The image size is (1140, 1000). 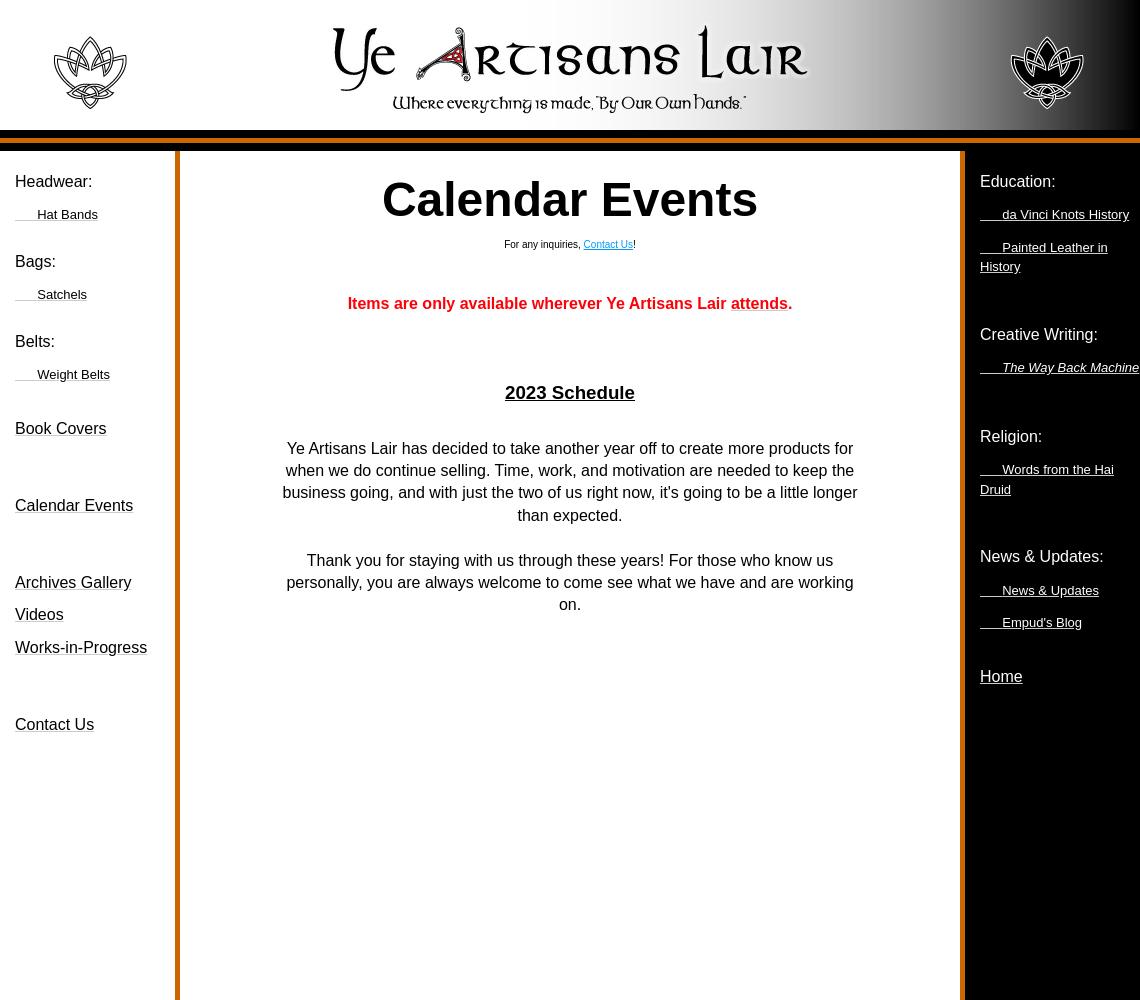 I want to click on 'The Way Back Machine', so click(x=1069, y=366).